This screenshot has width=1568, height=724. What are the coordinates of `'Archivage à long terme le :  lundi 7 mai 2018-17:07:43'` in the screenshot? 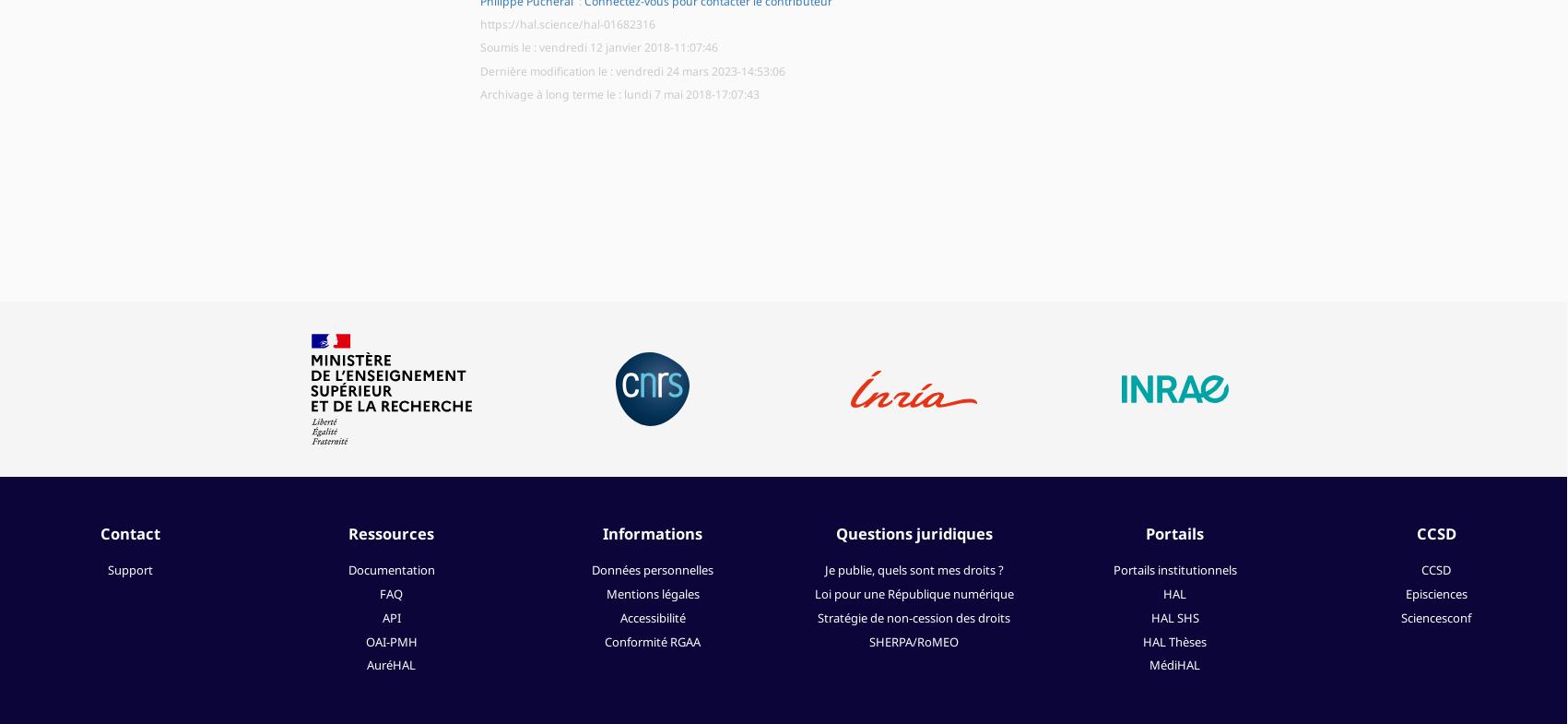 It's located at (618, 93).